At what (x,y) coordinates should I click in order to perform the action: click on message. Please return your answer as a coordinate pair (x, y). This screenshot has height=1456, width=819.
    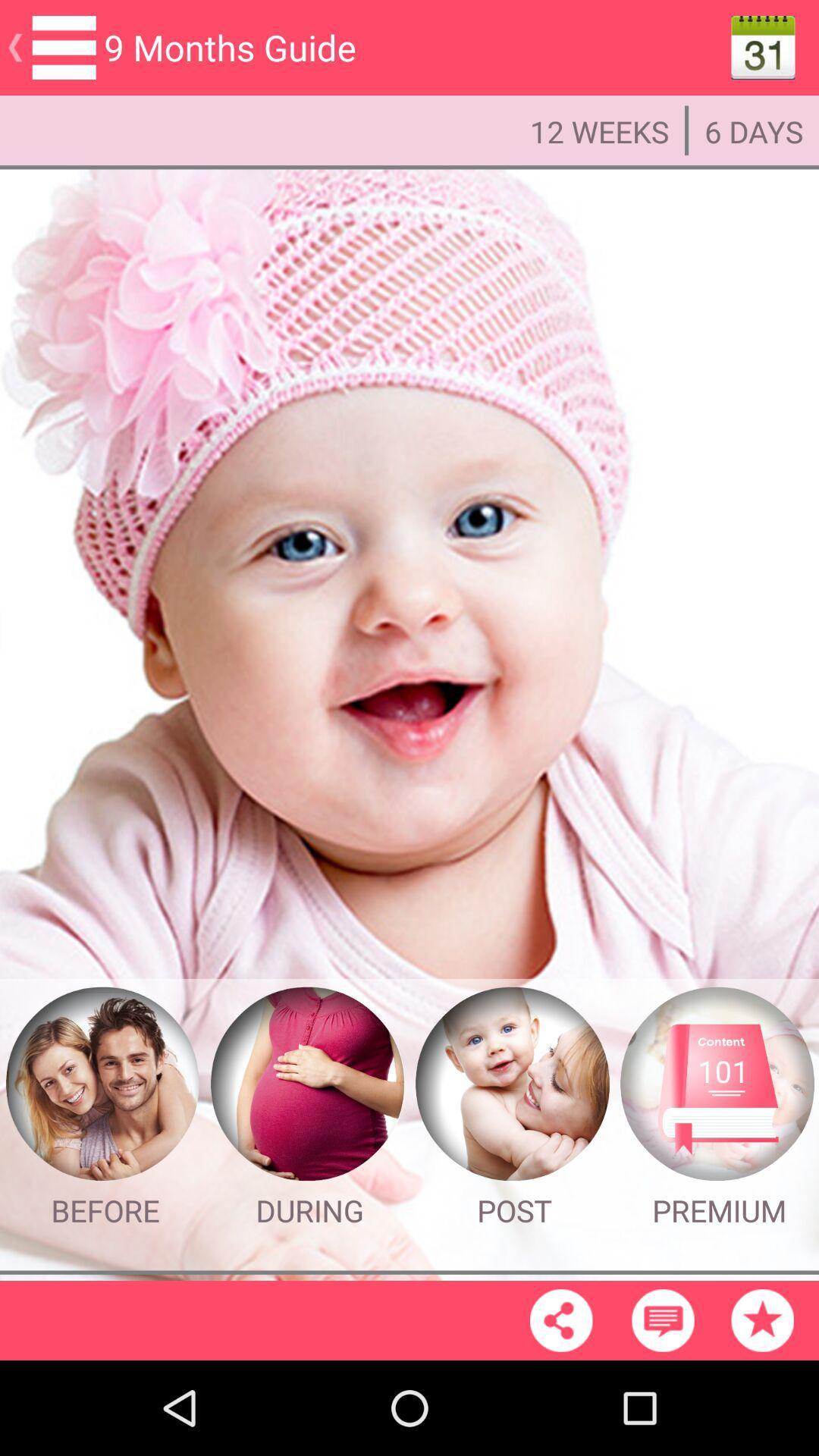
    Looking at the image, I should click on (662, 1319).